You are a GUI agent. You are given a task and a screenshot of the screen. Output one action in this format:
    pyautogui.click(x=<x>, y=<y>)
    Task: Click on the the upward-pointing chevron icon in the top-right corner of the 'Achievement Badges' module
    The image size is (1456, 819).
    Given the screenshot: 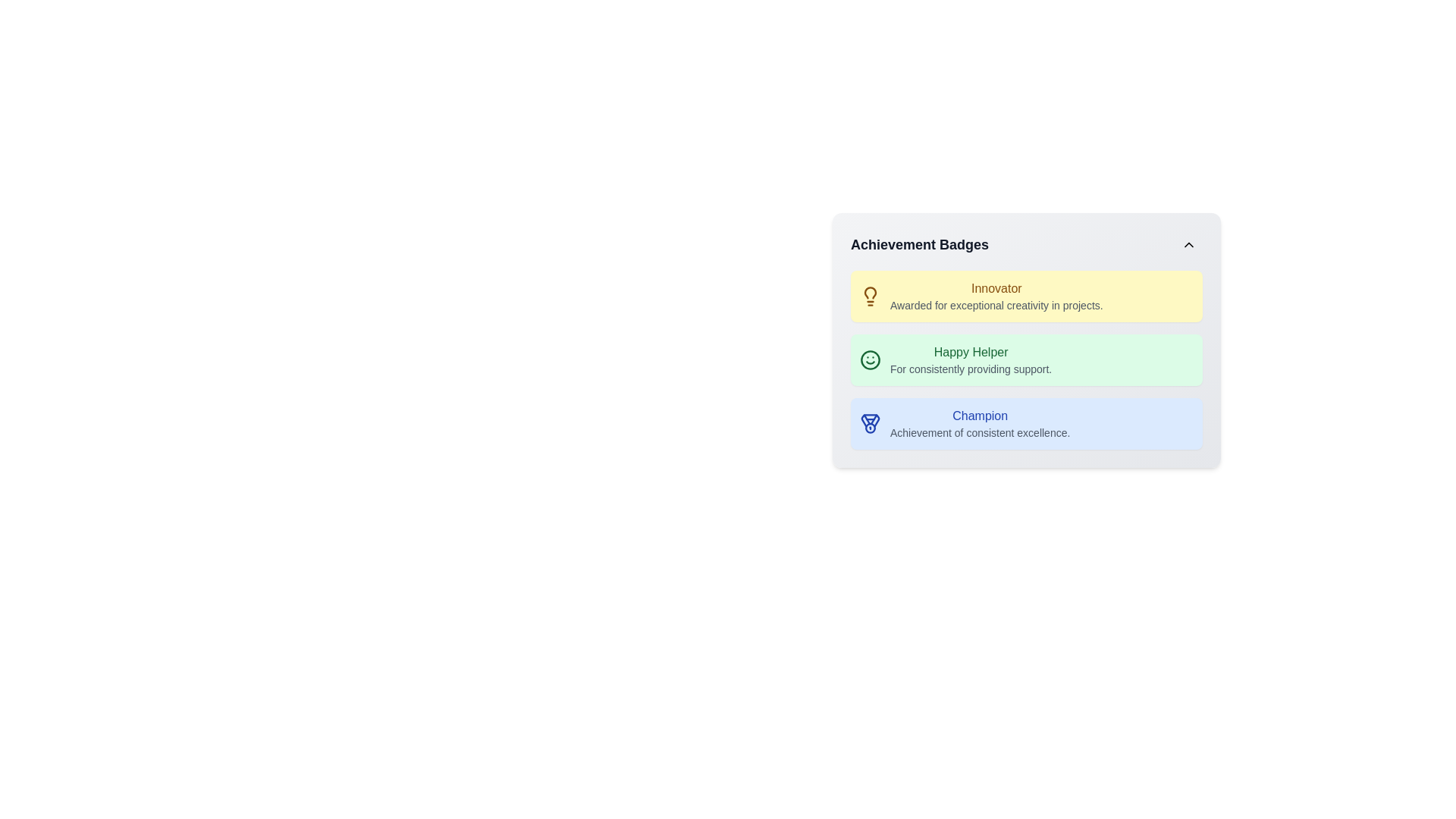 What is the action you would take?
    pyautogui.click(x=1188, y=244)
    